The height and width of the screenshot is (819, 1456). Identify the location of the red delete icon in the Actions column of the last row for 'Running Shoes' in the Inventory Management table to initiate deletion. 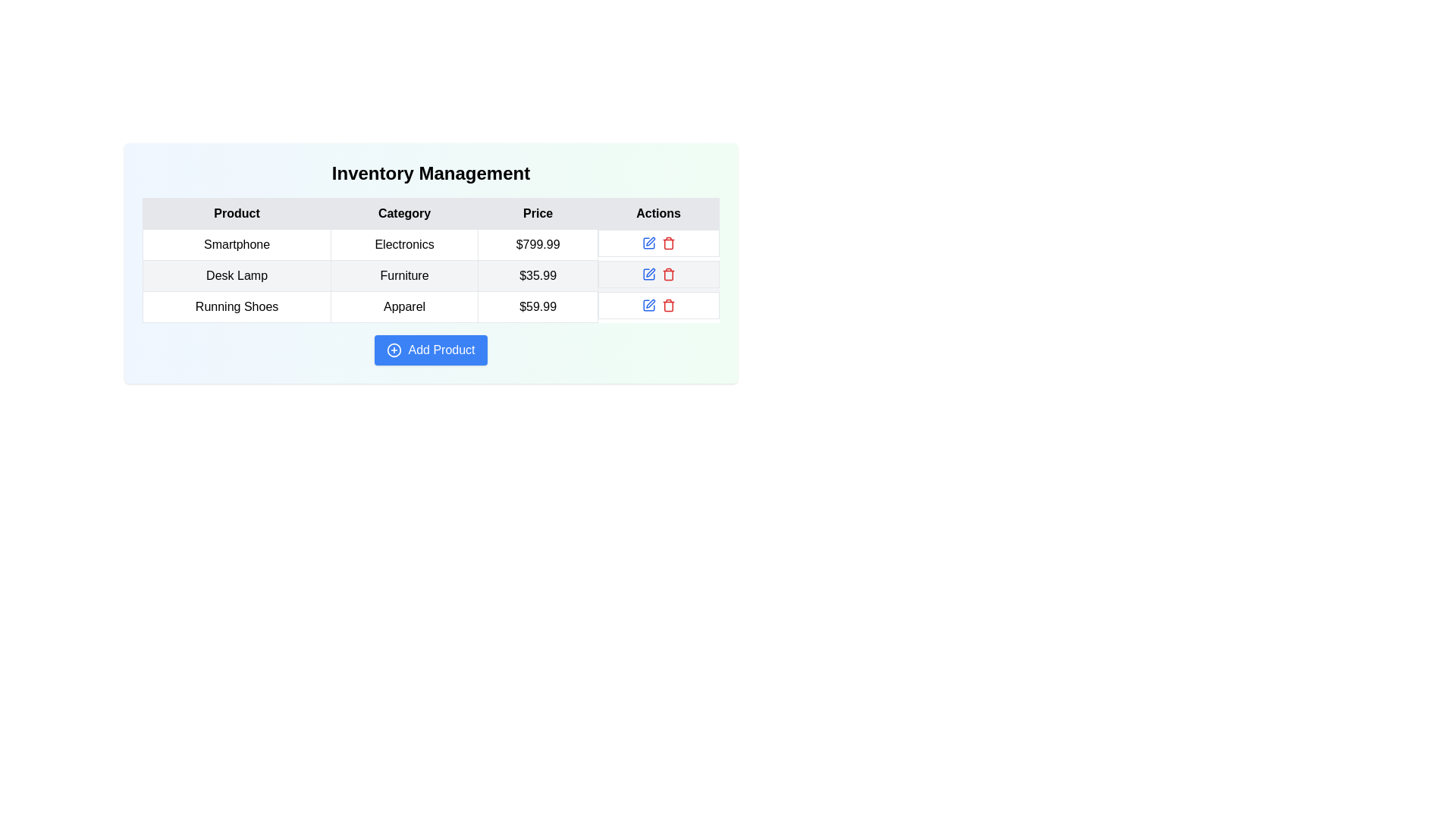
(658, 305).